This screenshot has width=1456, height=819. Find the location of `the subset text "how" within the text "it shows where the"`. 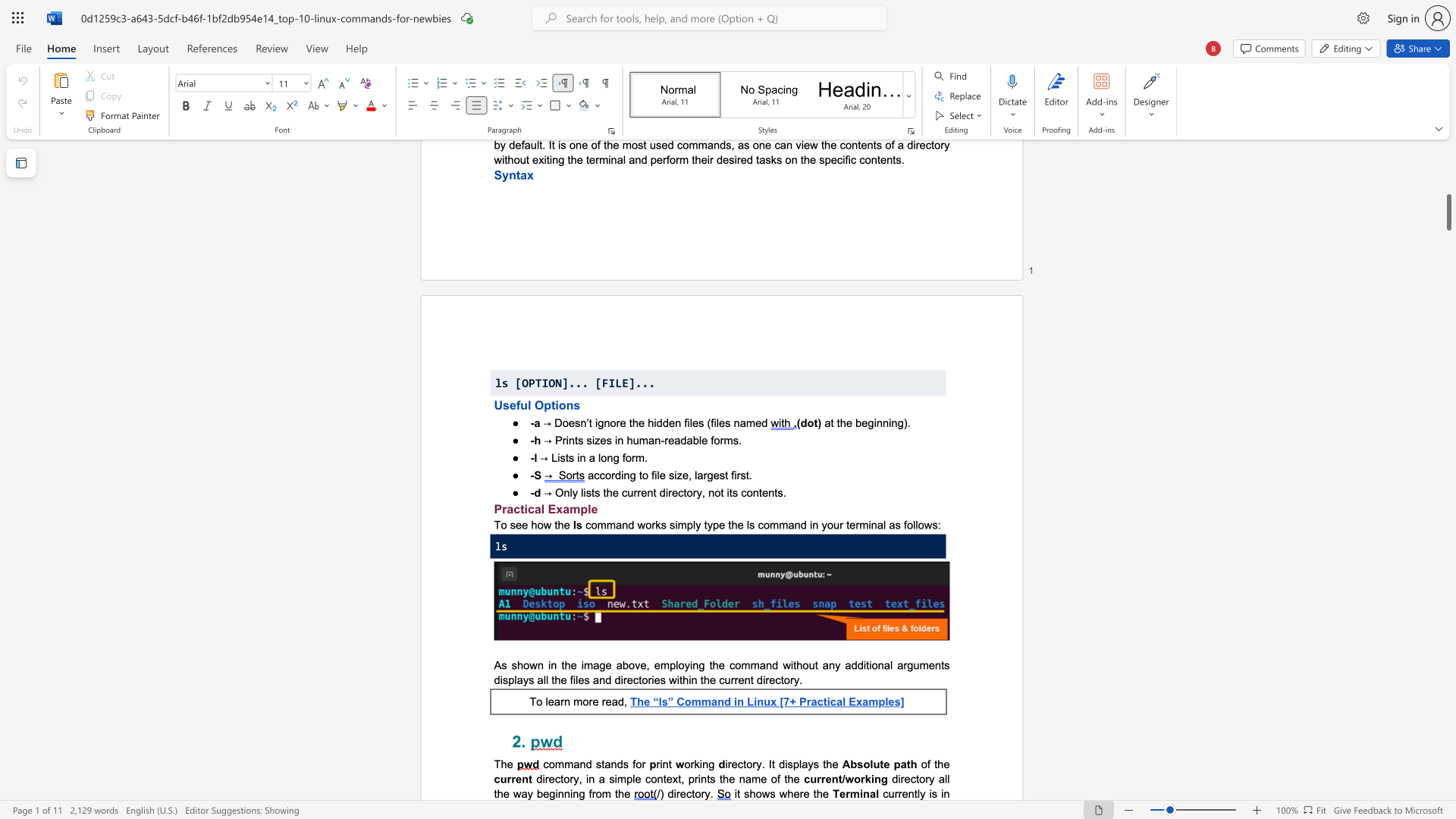

the subset text "how" within the text "it shows where the" is located at coordinates (749, 792).